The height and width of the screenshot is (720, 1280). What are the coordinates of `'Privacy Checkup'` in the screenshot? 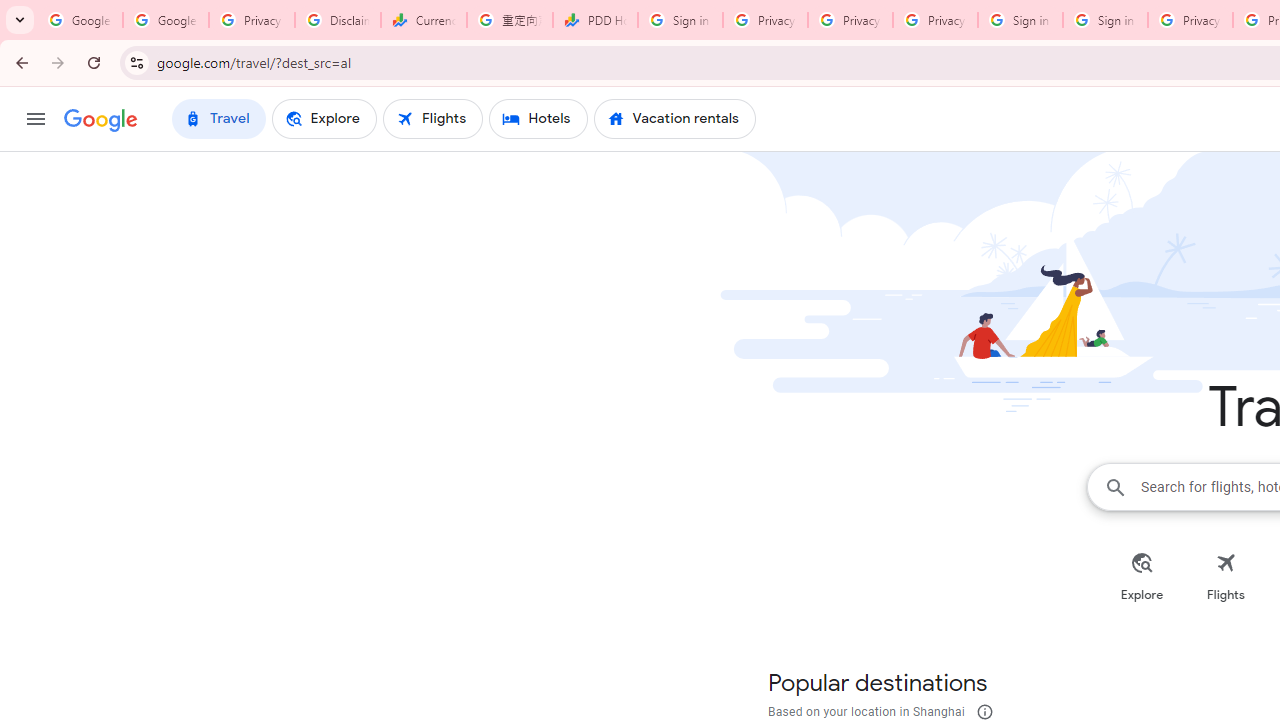 It's located at (850, 20).